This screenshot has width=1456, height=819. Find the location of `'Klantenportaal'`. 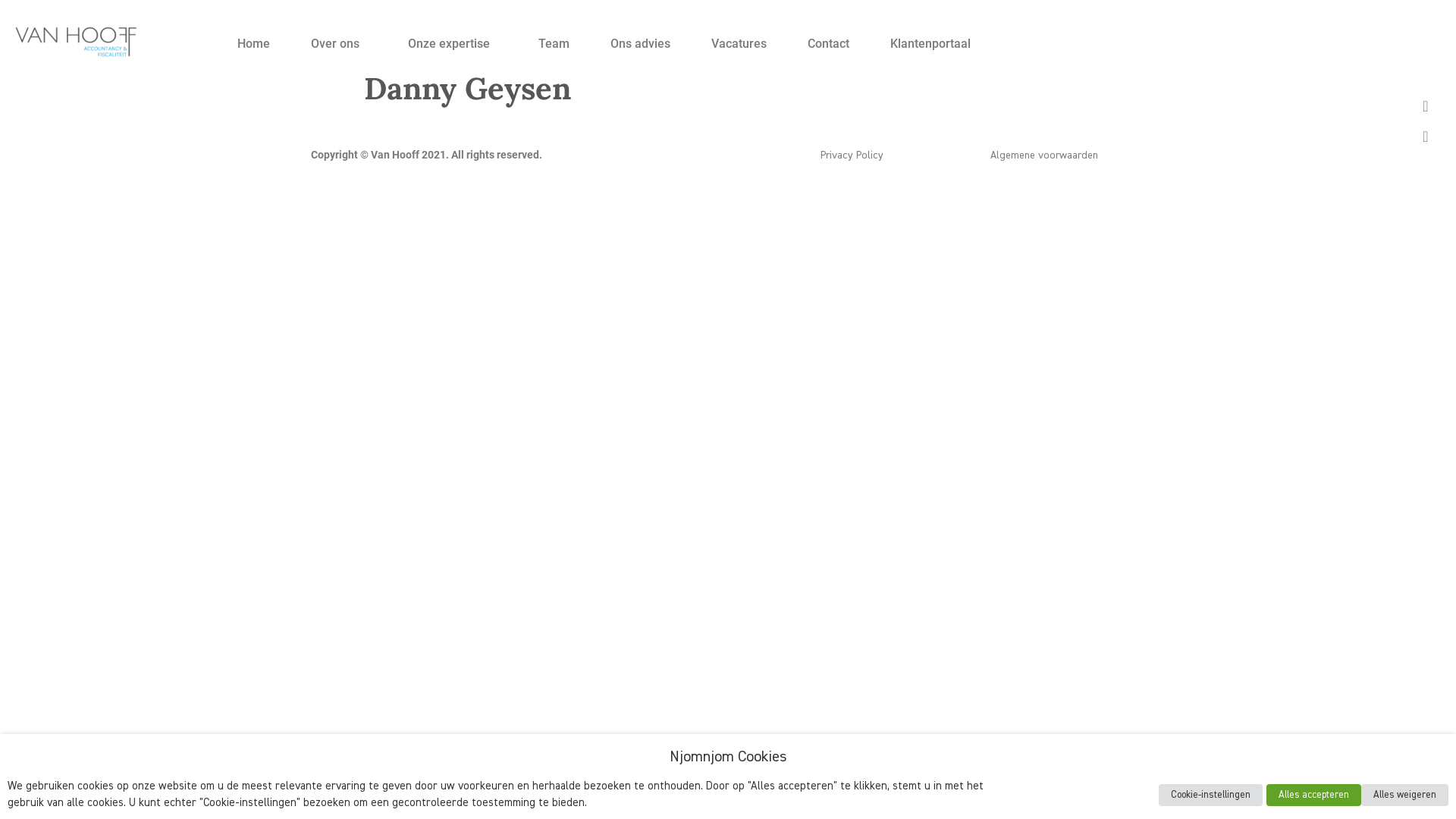

'Klantenportaal' is located at coordinates (930, 42).